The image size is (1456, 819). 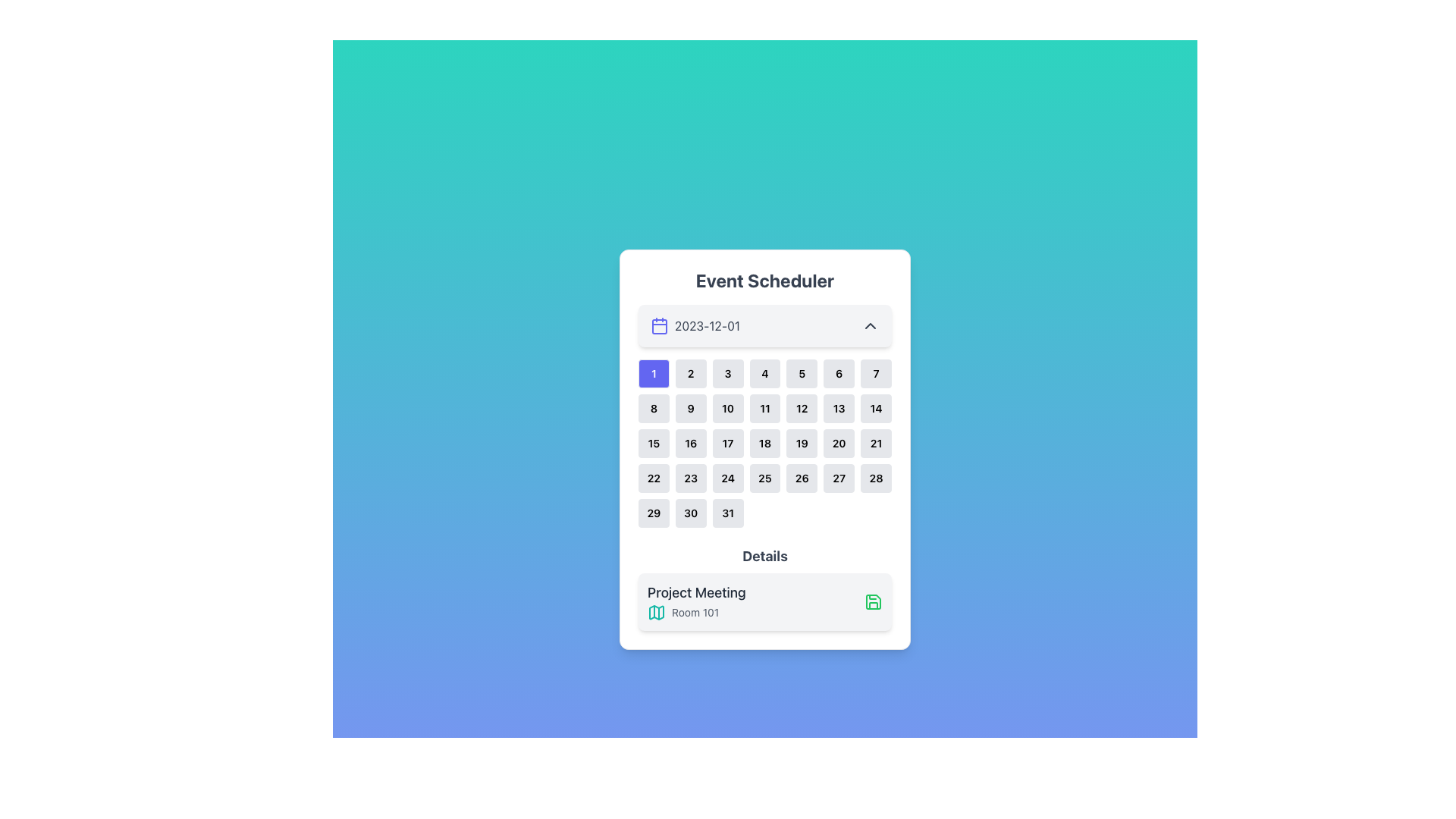 I want to click on the interactive date-picker dropdown within the 'Event Scheduler' card for keyboard interaction, so click(x=764, y=325).